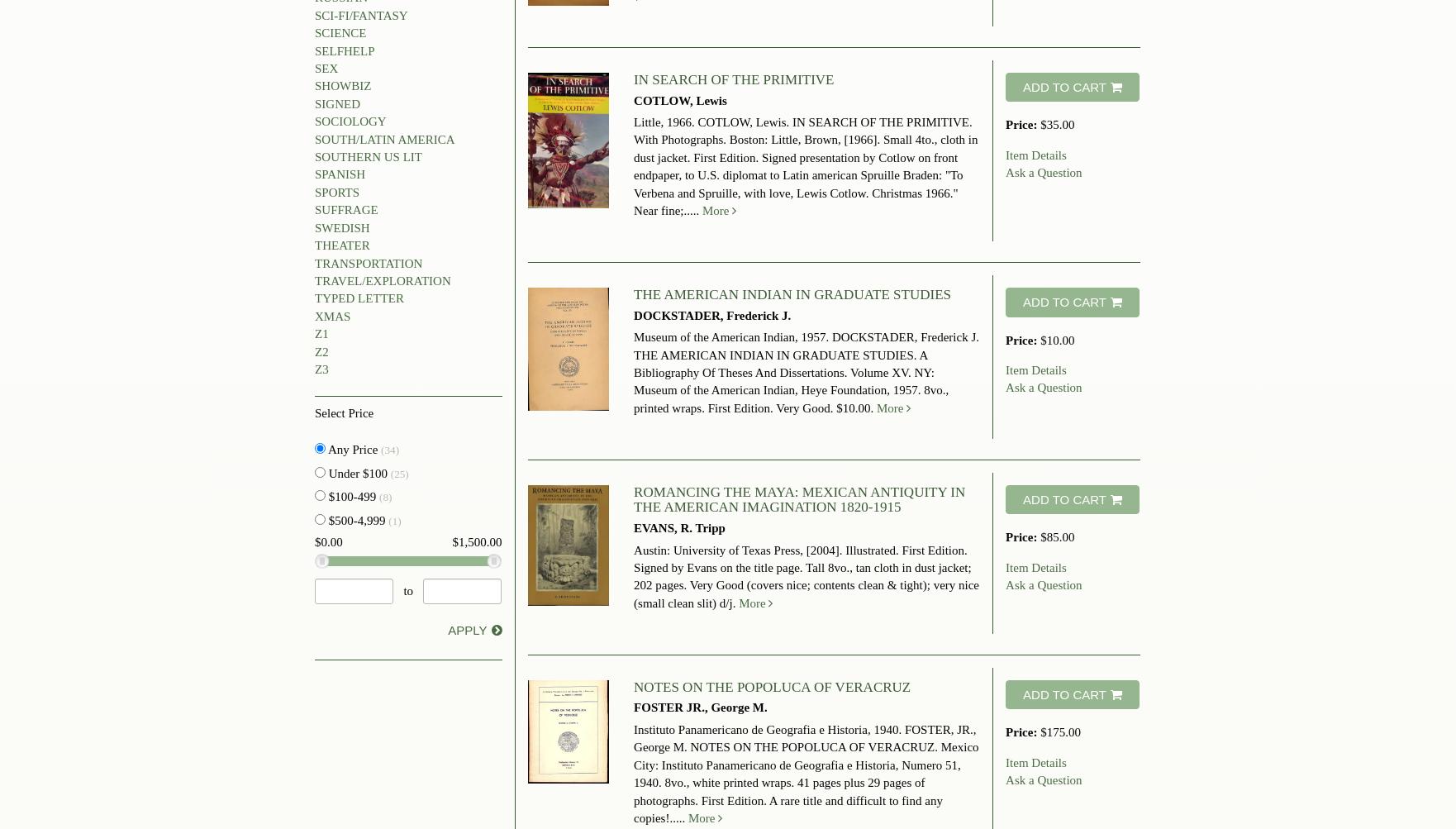 This screenshot has width=1456, height=829. I want to click on 'XMAS', so click(314, 315).